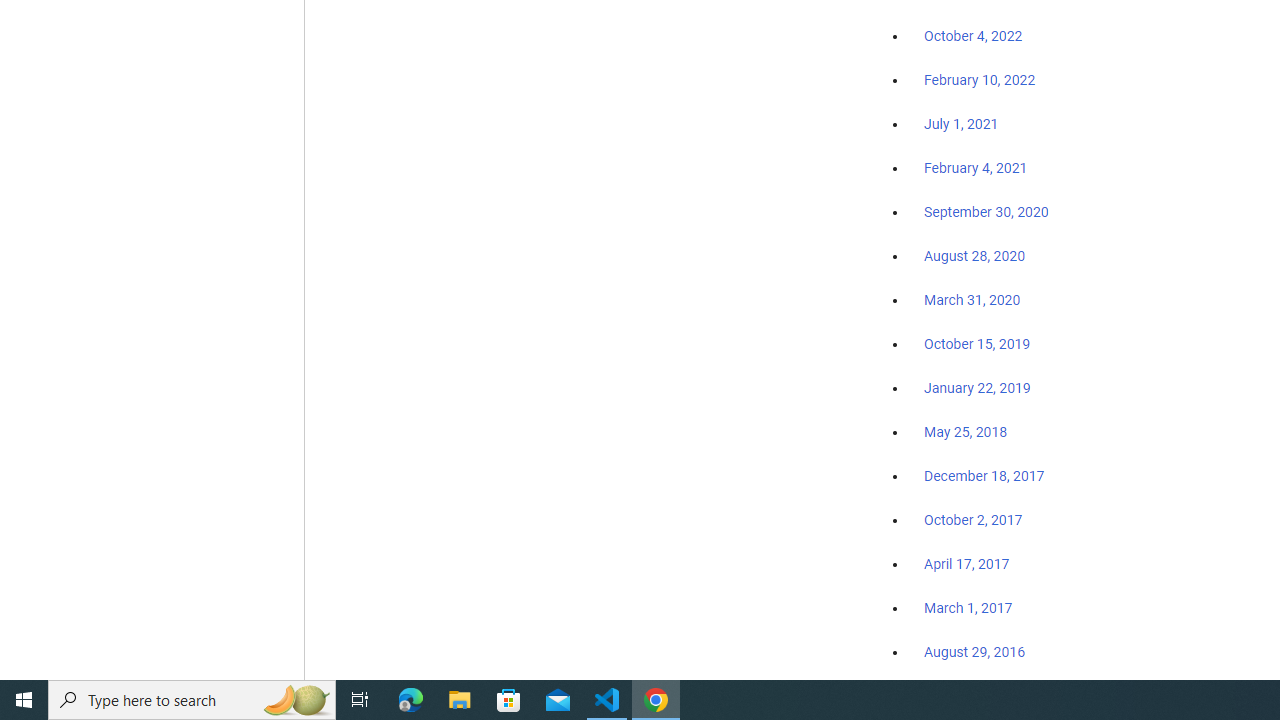 The image size is (1280, 720). I want to click on 'August 28, 2020', so click(974, 255).